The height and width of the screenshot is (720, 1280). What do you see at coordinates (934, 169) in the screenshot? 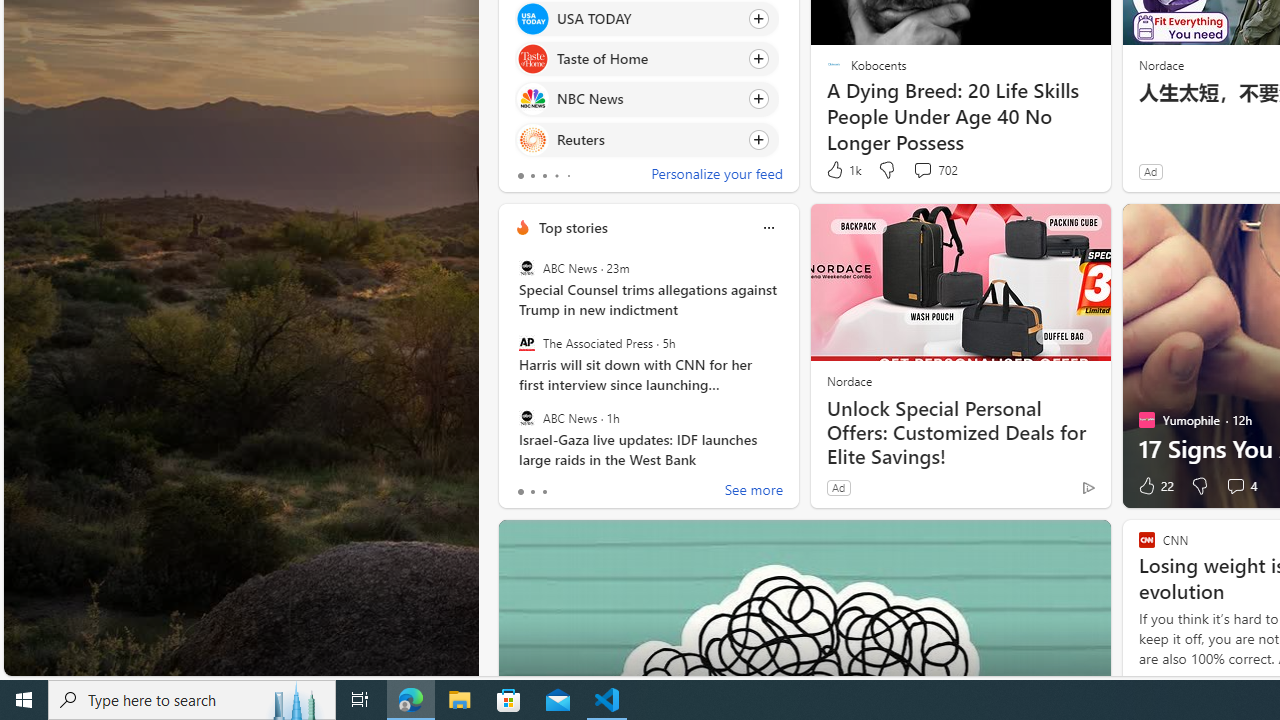
I see `'View comments 702 Comment'` at bounding box center [934, 169].